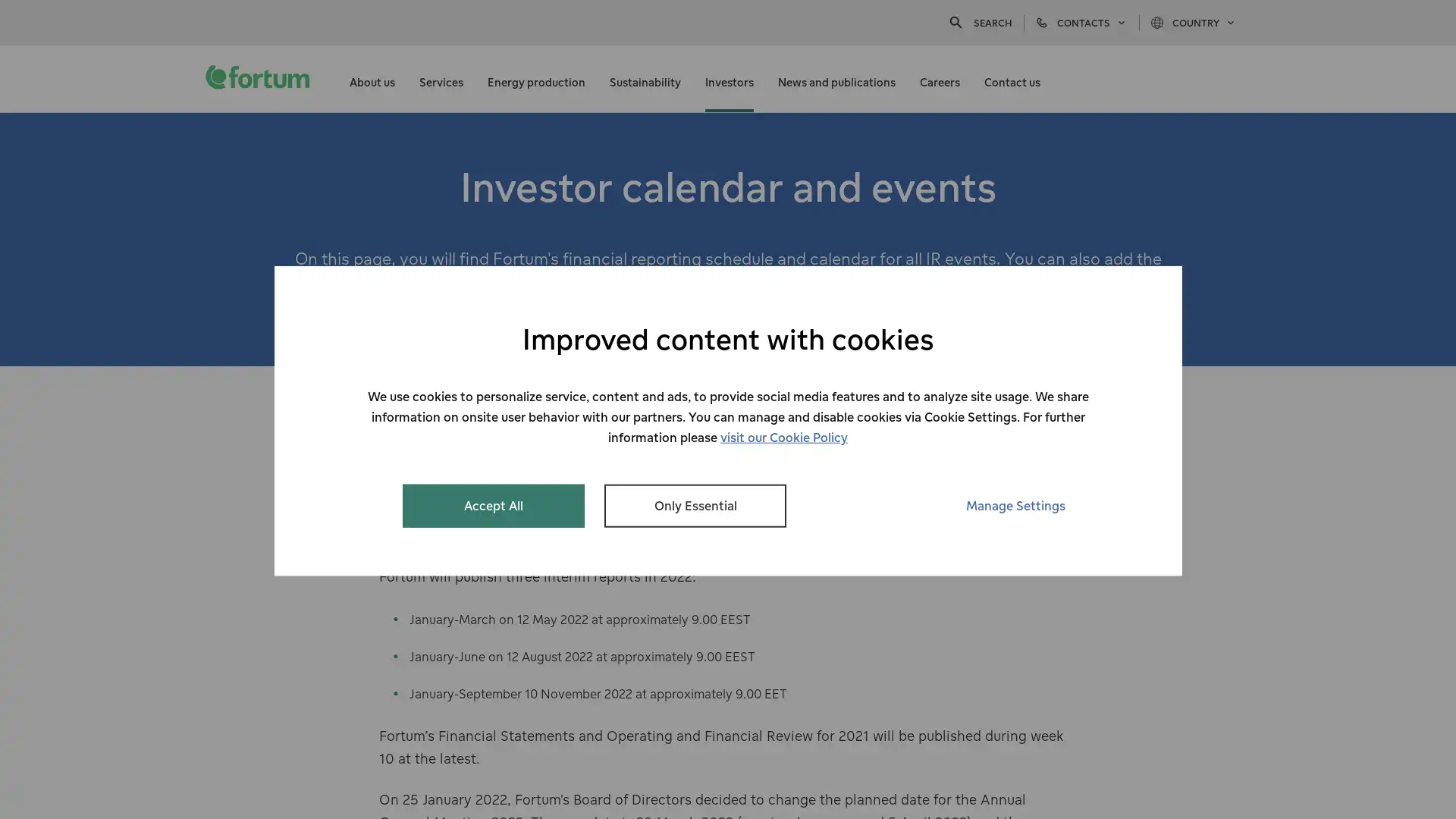 Image resolution: width=1456 pixels, height=819 pixels. Describe the element at coordinates (1015, 505) in the screenshot. I see `Manage Settings` at that location.